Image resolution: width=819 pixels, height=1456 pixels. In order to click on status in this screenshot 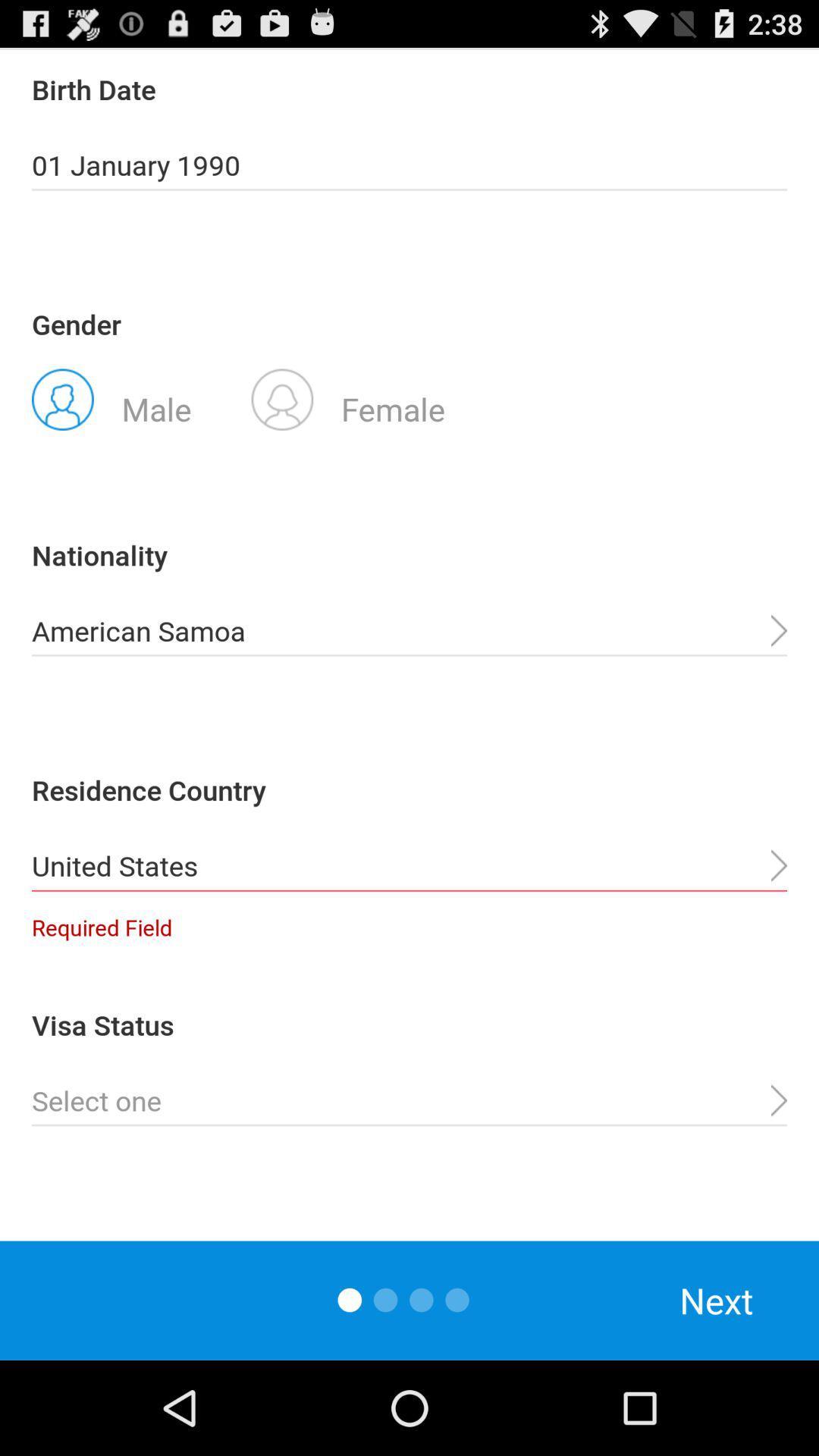, I will do `click(409, 1101)`.